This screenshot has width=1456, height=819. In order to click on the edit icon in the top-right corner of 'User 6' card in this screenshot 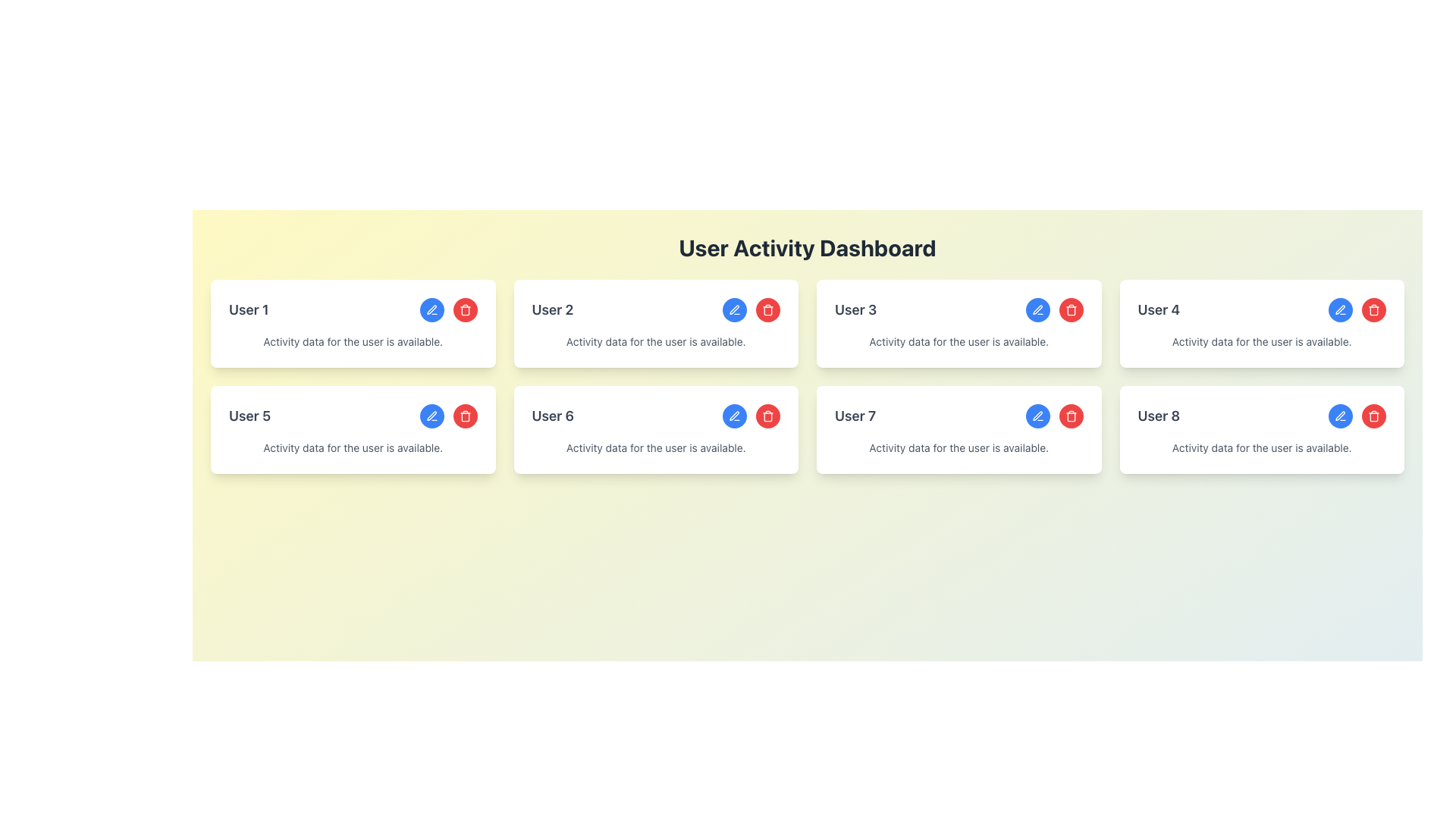, I will do `click(1037, 309)`.